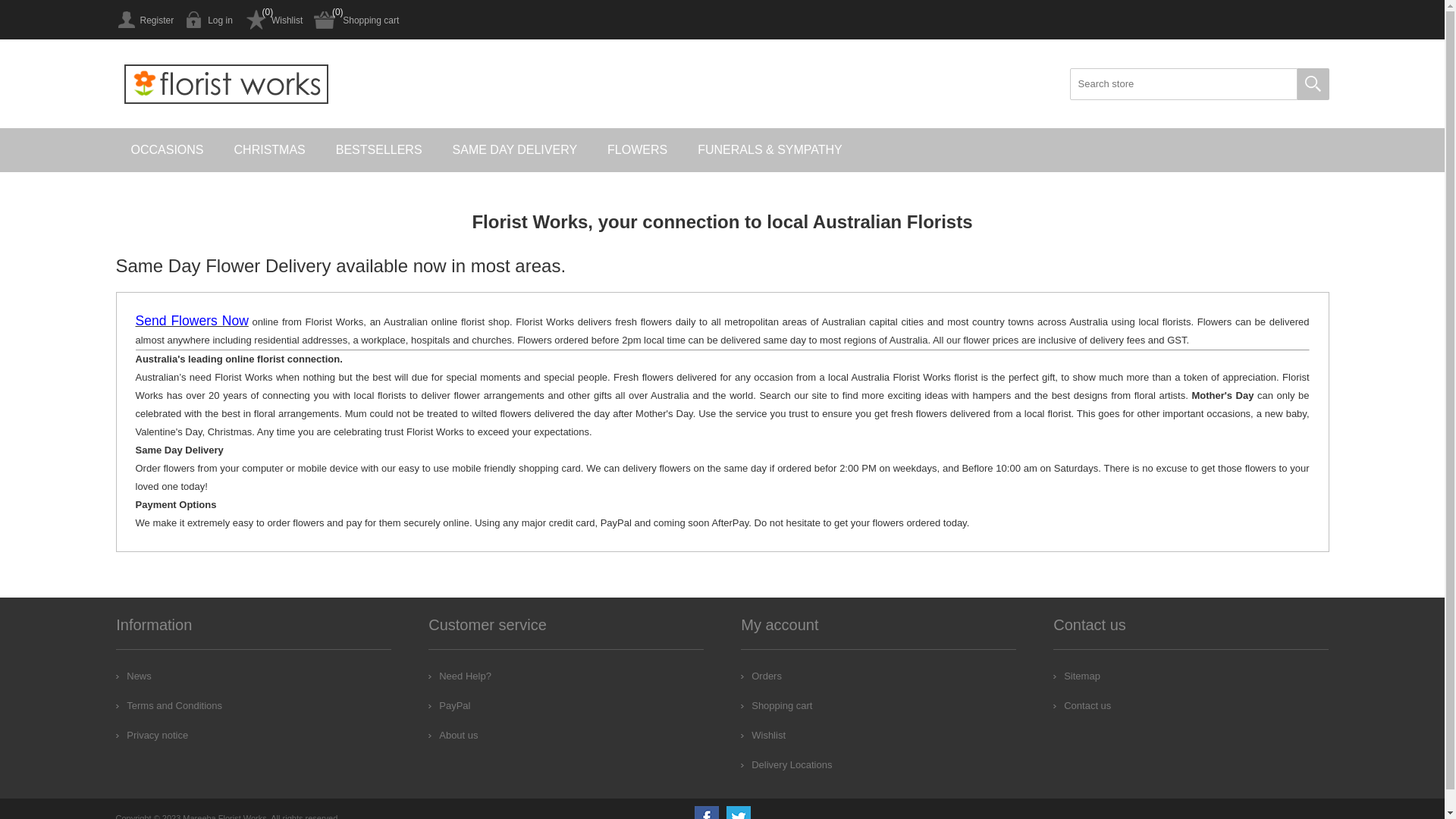 Image resolution: width=1456 pixels, height=819 pixels. What do you see at coordinates (168, 705) in the screenshot?
I see `'Terms and Conditions'` at bounding box center [168, 705].